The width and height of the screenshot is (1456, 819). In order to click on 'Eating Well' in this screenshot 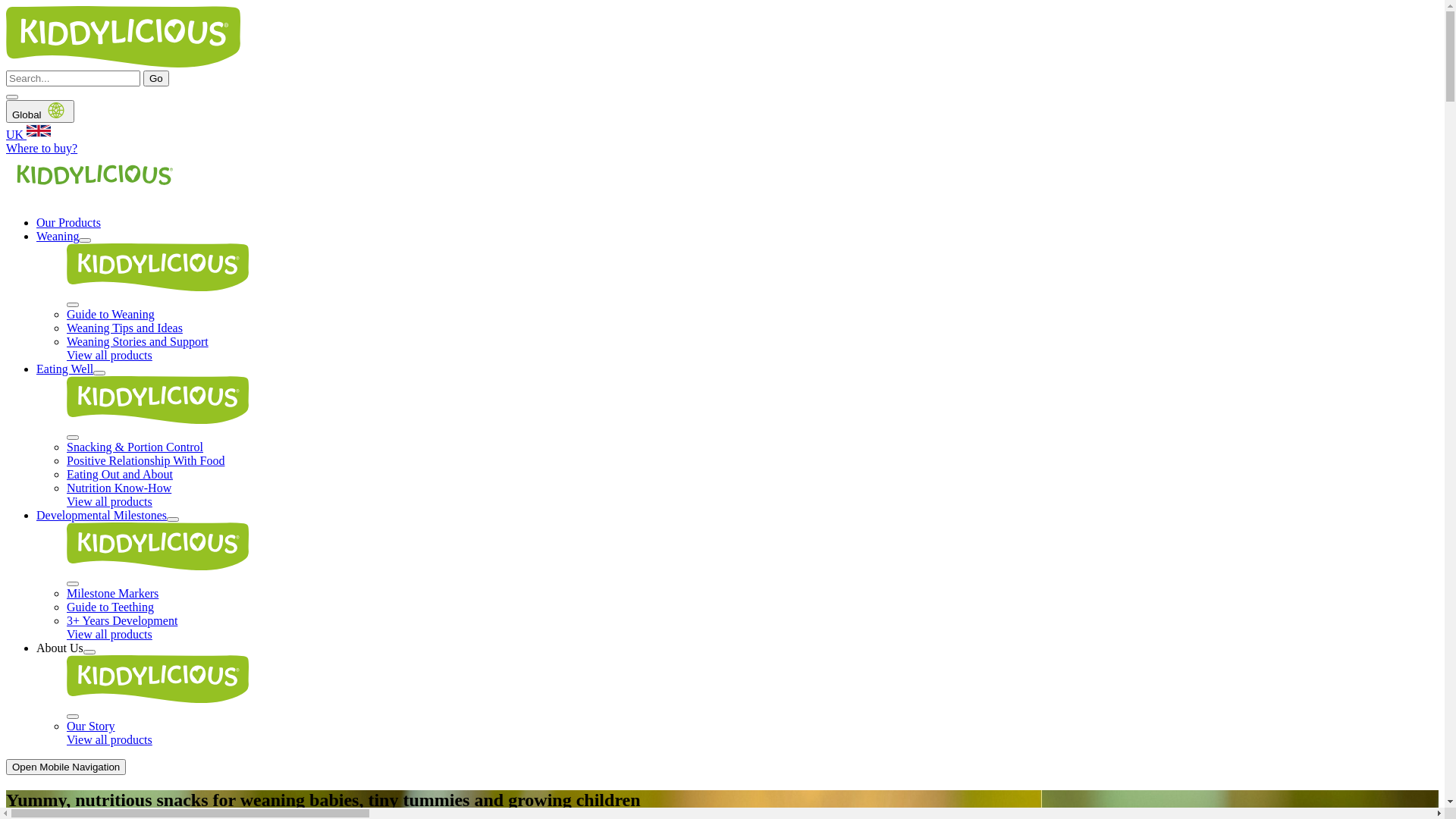, I will do `click(64, 369)`.